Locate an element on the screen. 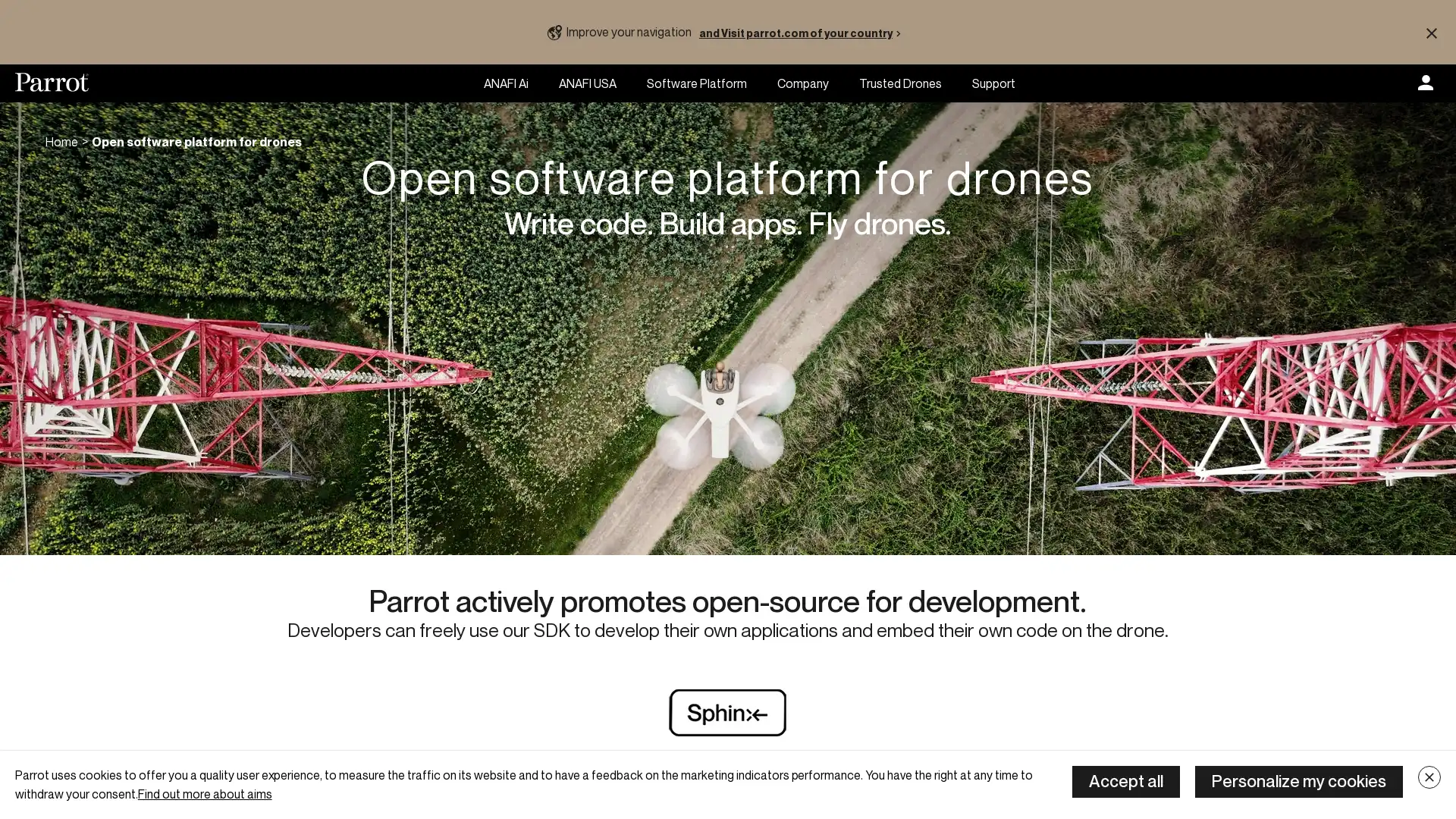  Accept all is located at coordinates (1125, 781).